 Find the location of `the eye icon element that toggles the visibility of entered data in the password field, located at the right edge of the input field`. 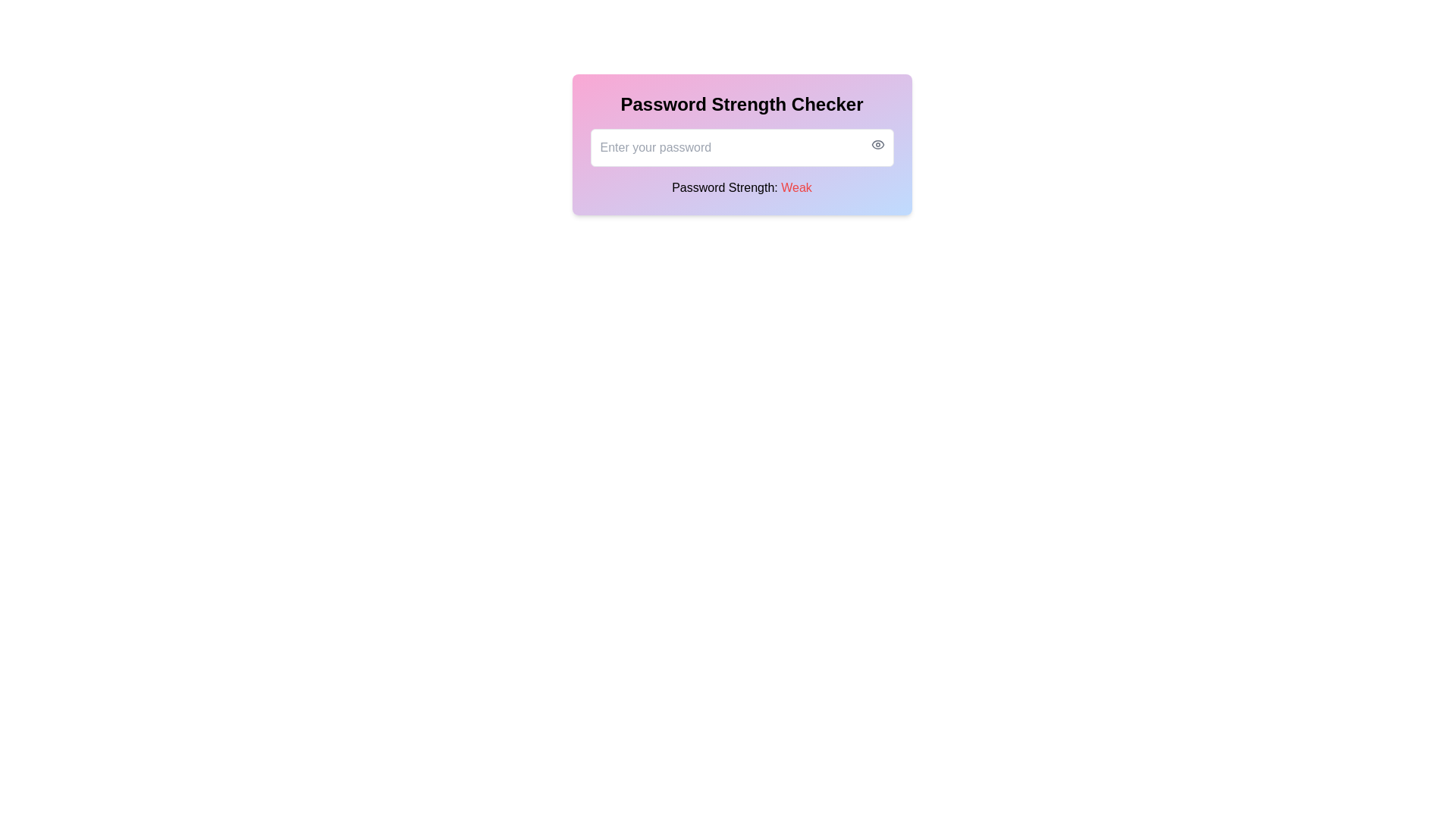

the eye icon element that toggles the visibility of entered data in the password field, located at the right edge of the input field is located at coordinates (877, 145).